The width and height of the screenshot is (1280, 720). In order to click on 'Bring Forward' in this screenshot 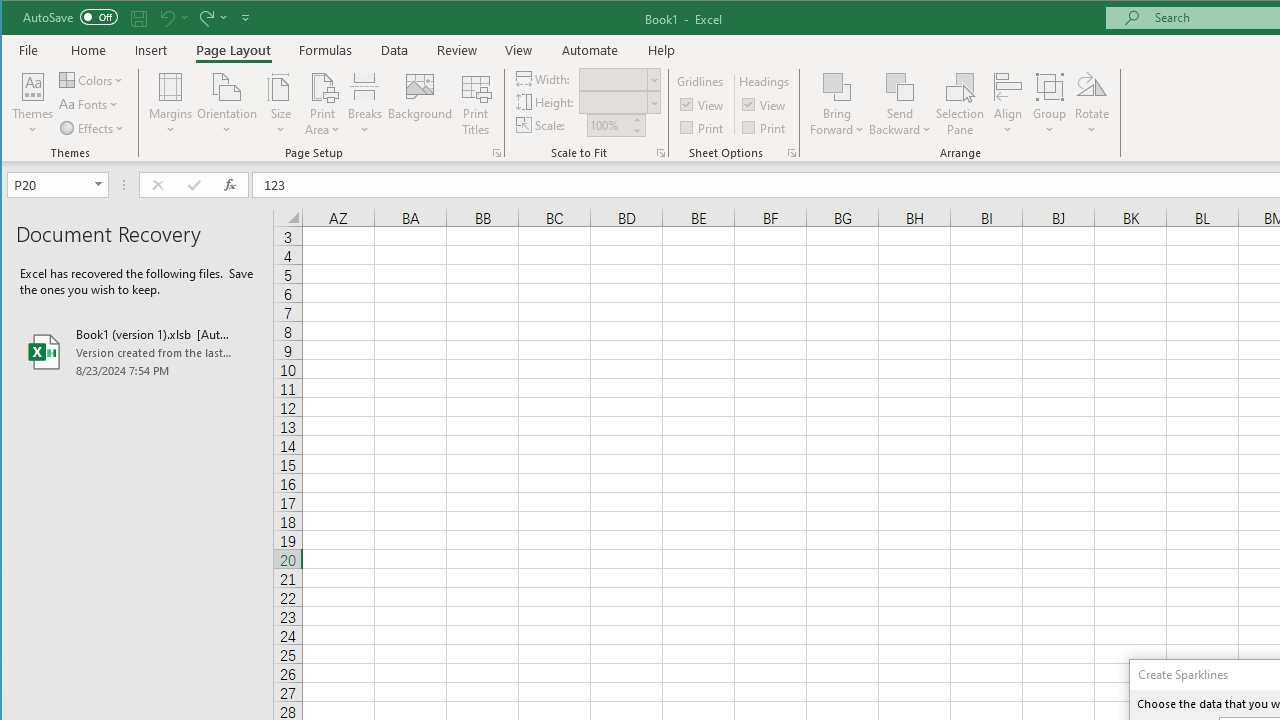, I will do `click(837, 85)`.